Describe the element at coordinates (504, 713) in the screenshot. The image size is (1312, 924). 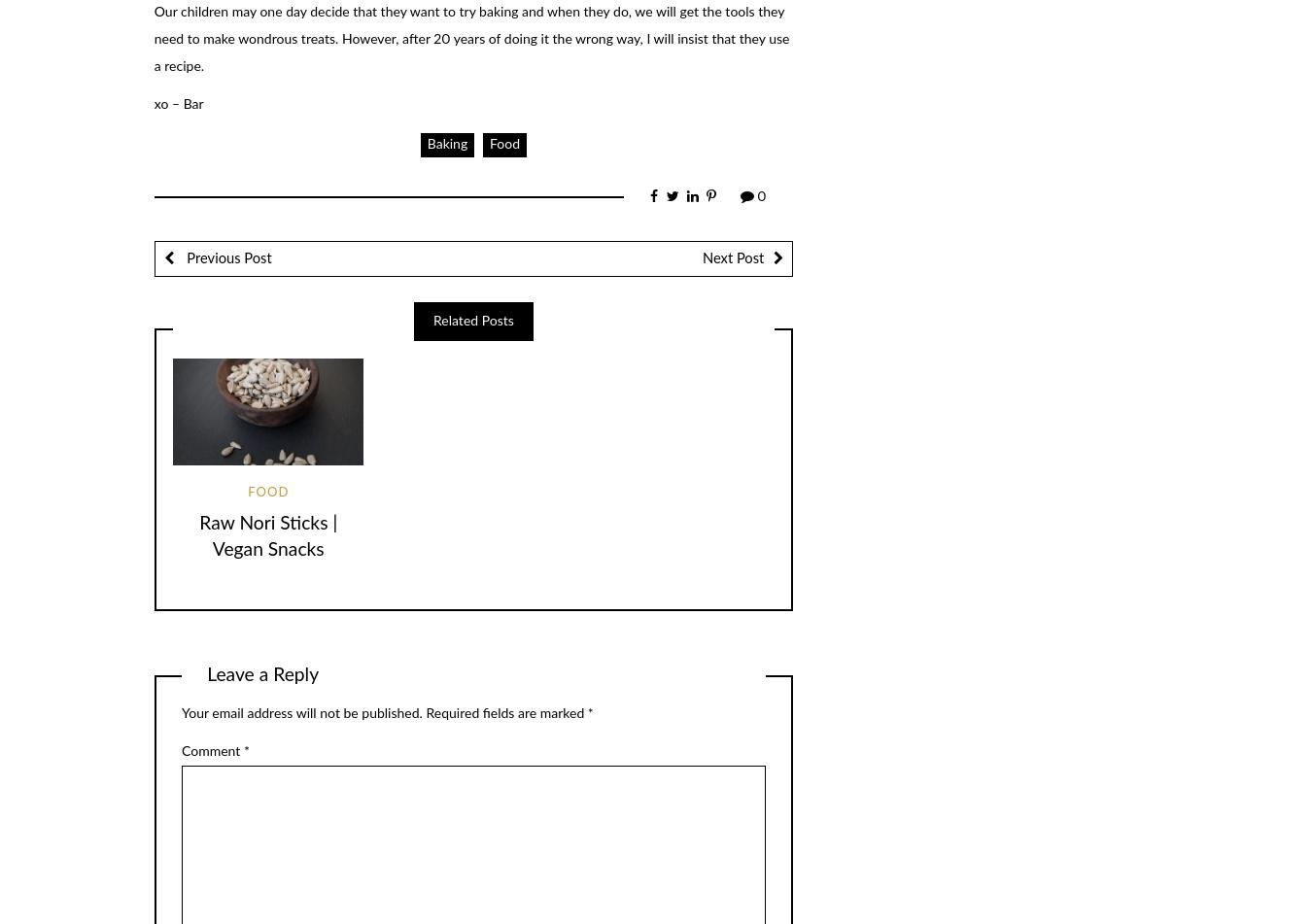
I see `'Required fields are marked'` at that location.